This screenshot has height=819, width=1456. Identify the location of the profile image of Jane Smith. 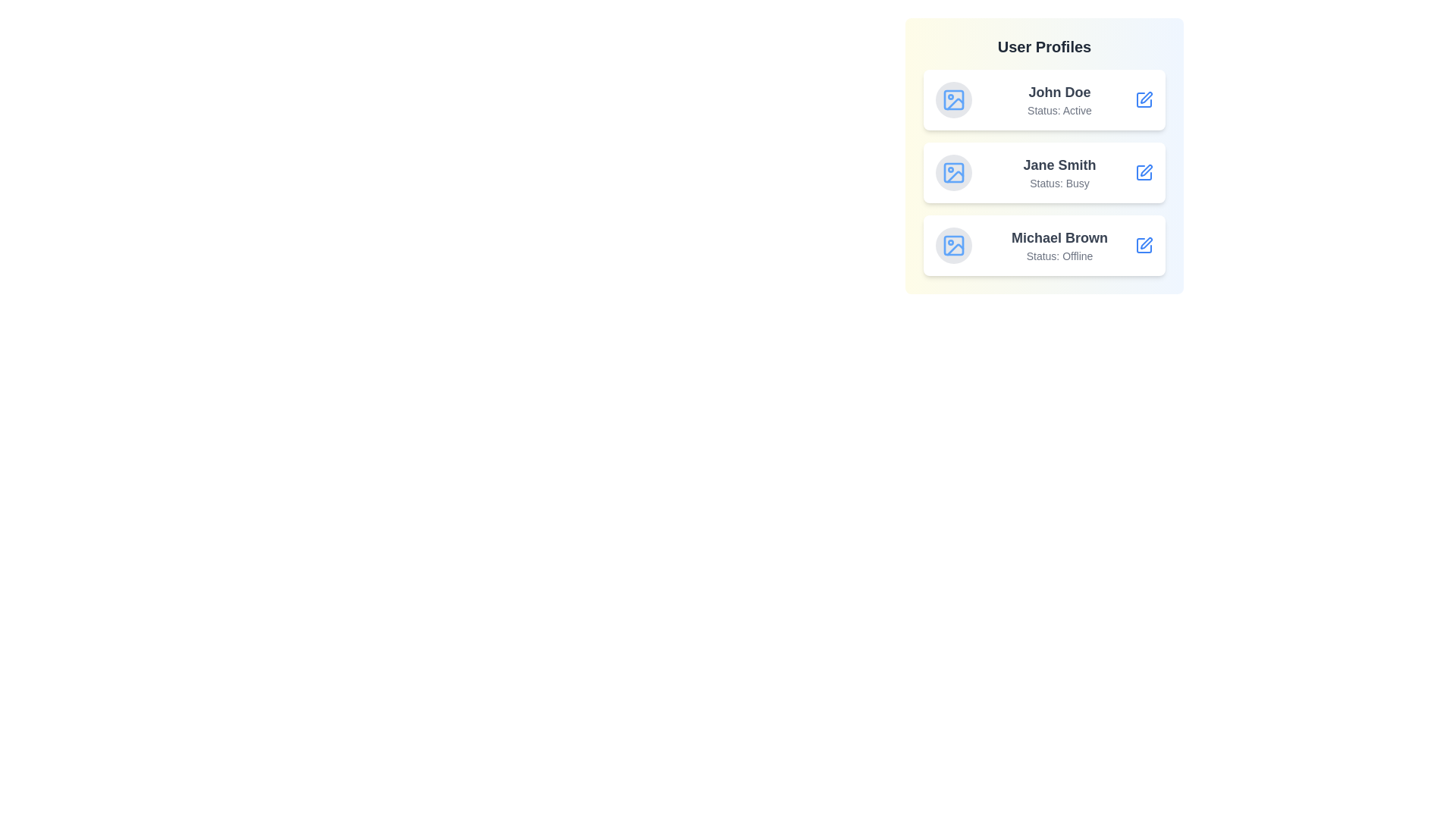
(952, 171).